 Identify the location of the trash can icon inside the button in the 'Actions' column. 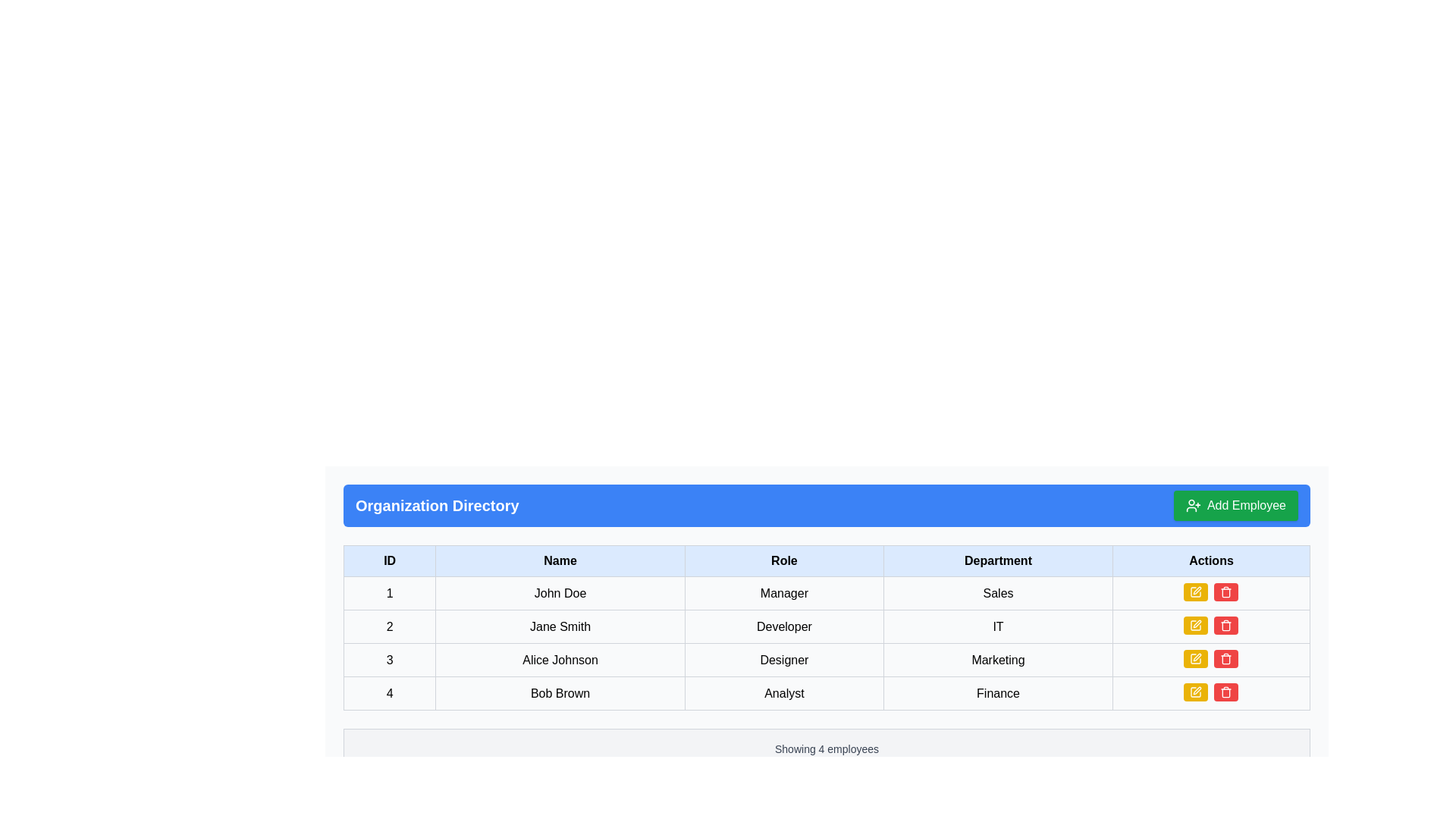
(1226, 626).